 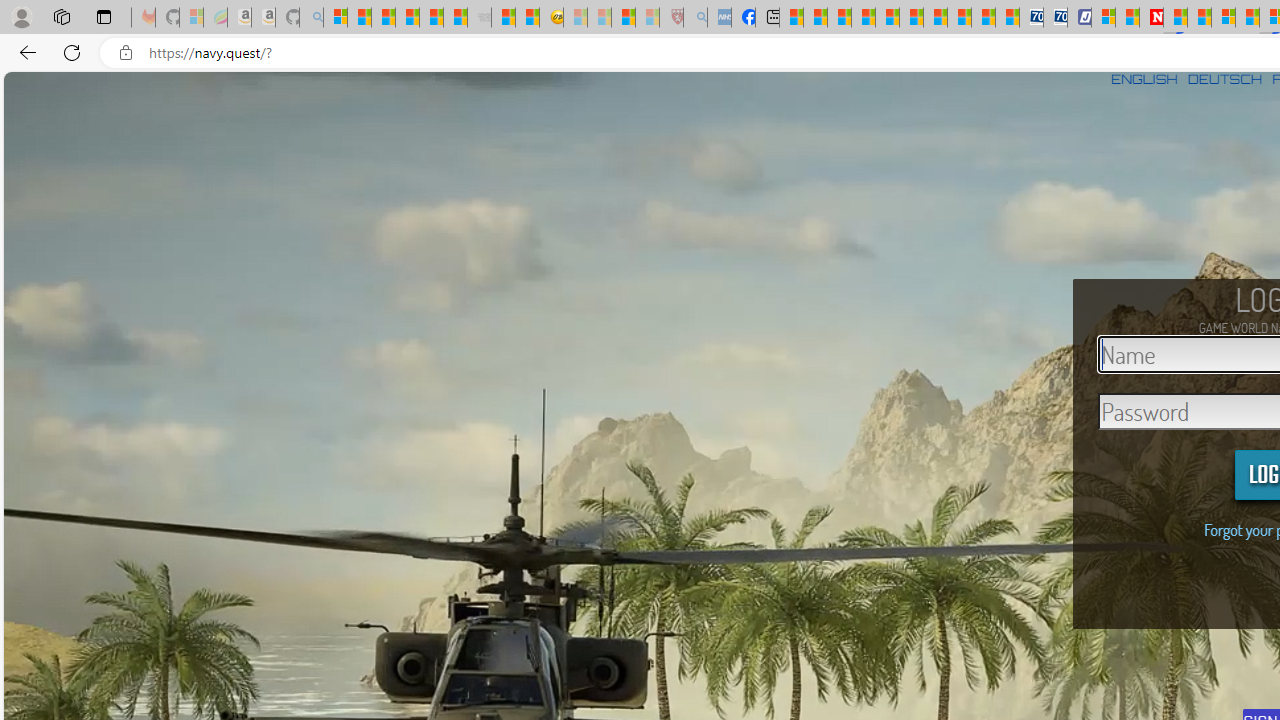 I want to click on '12 Popular Science Lies that Must be Corrected - Sleeping', so click(x=647, y=17).